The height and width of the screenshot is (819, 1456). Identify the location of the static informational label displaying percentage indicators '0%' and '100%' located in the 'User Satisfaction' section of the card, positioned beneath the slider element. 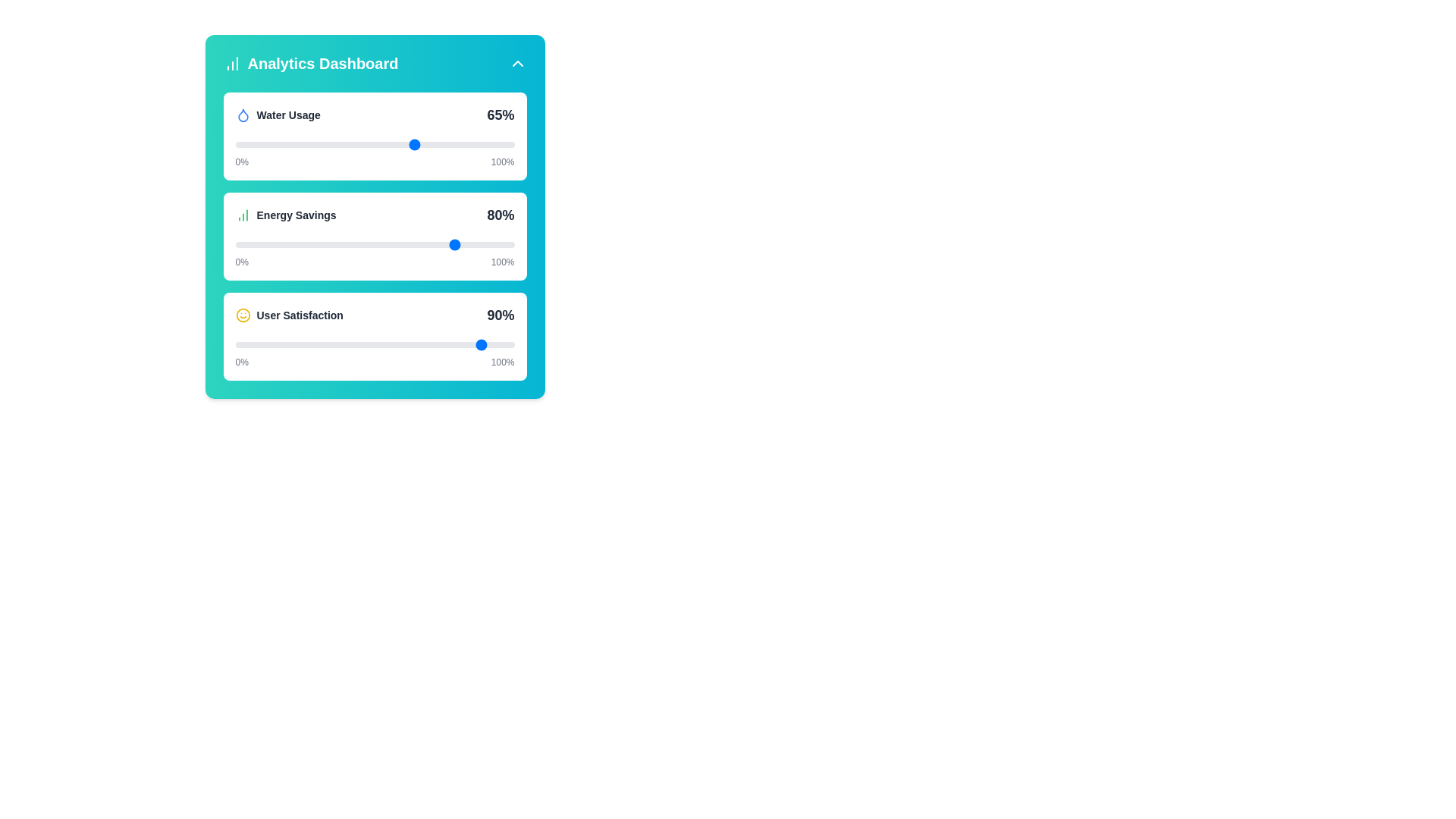
(375, 362).